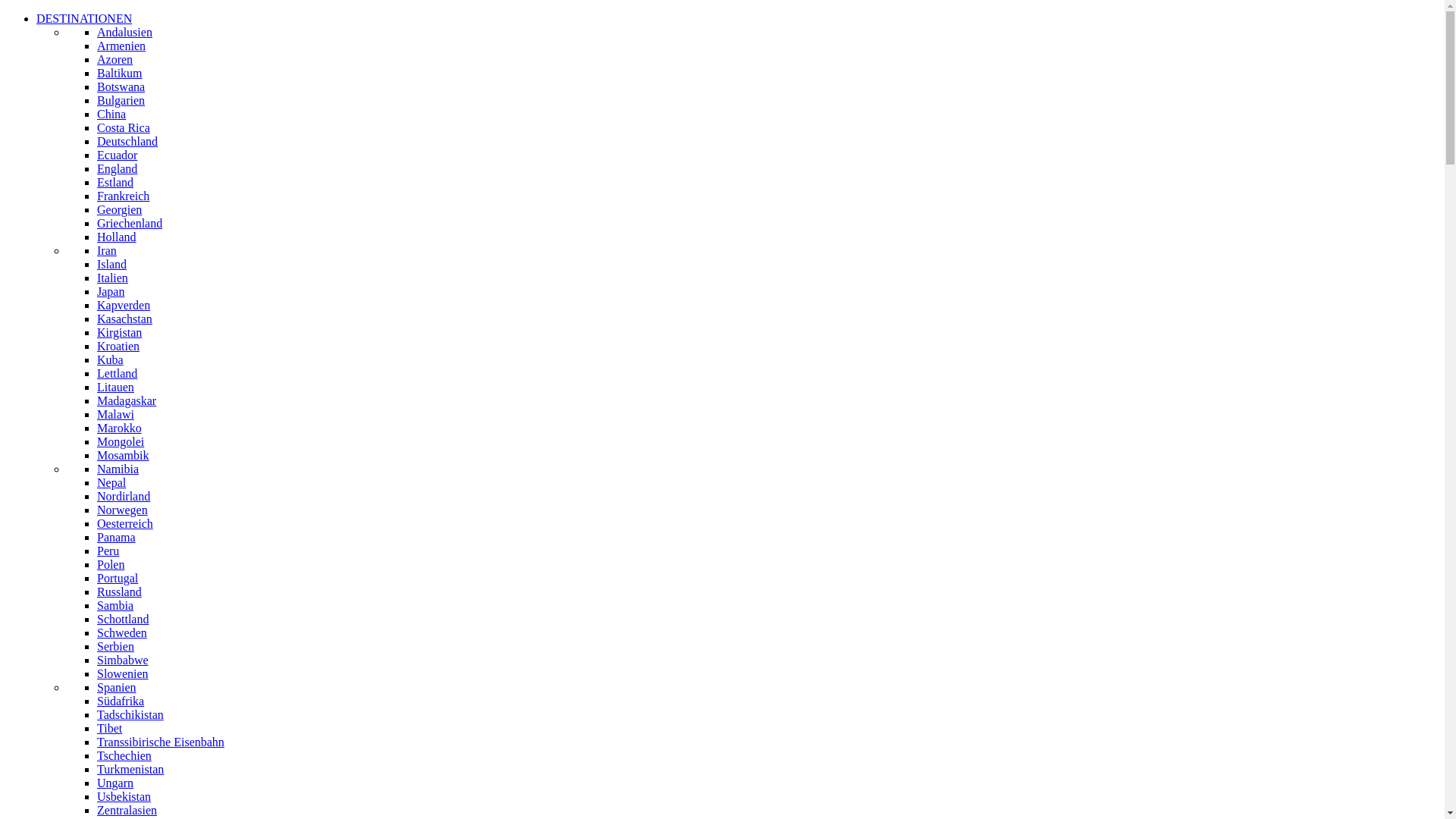 The image size is (1456, 819). I want to click on 'Simbabwe', so click(96, 659).